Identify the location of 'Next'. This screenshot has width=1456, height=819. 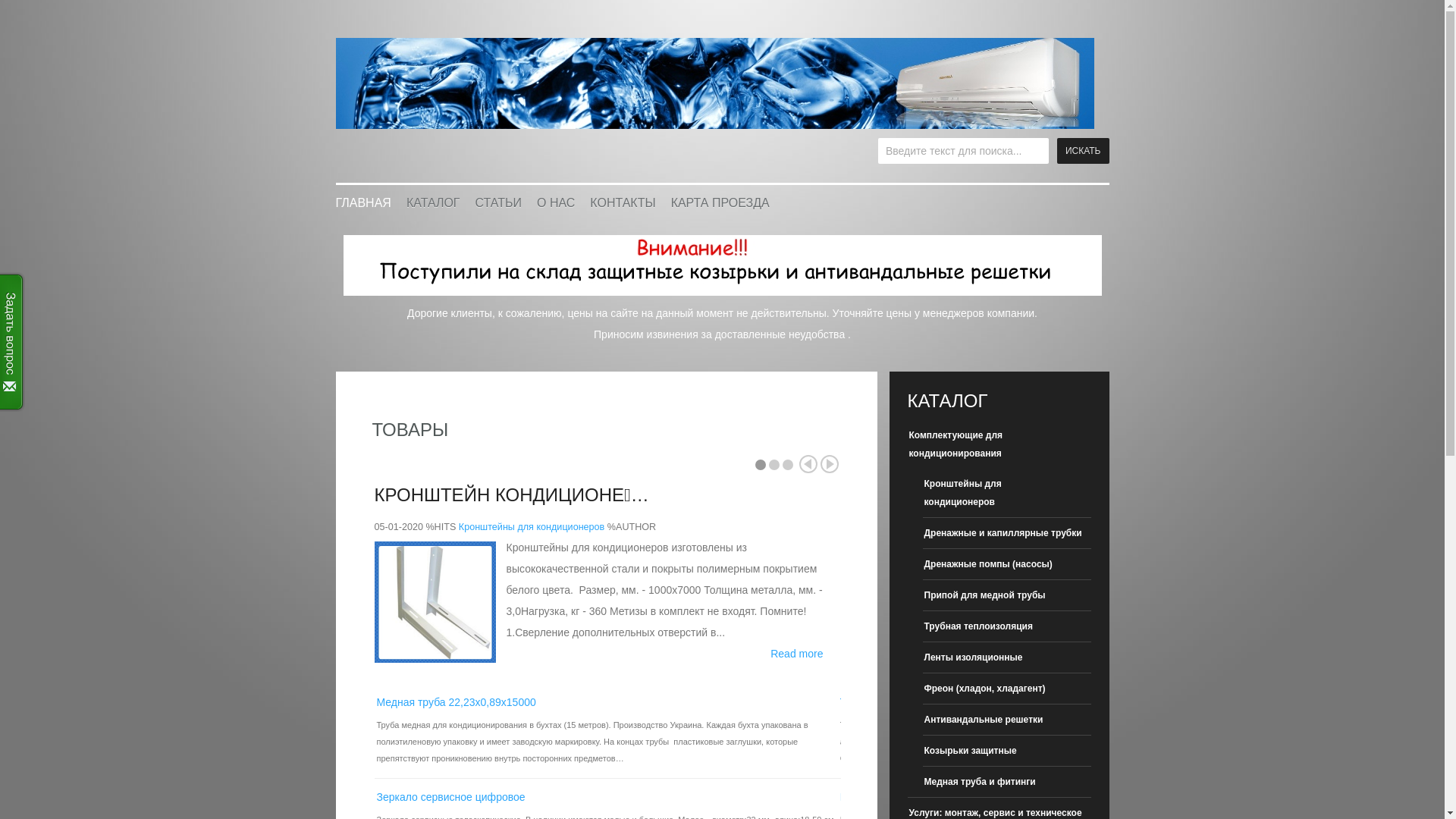
(829, 463).